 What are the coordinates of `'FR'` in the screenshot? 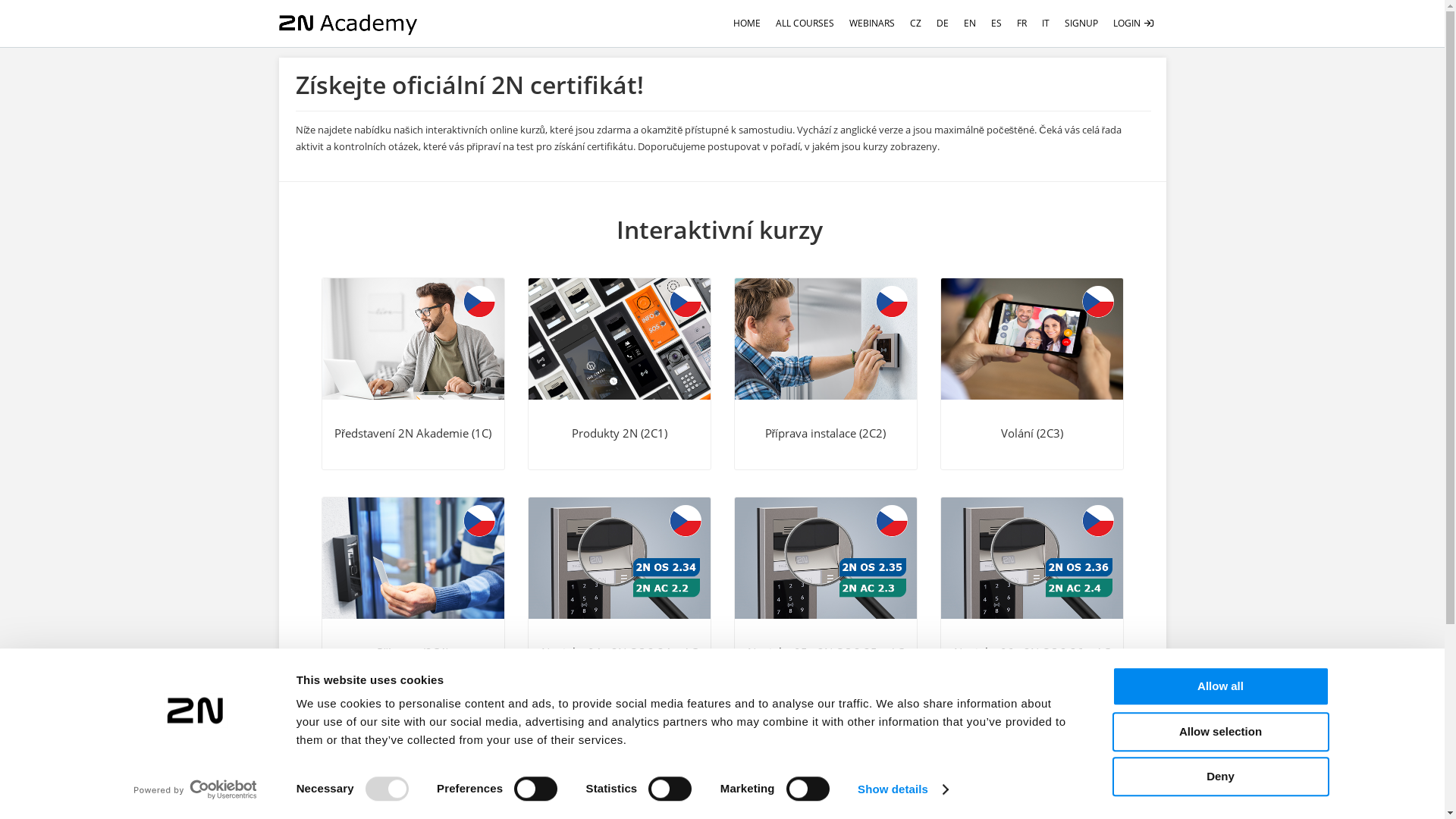 It's located at (1021, 23).